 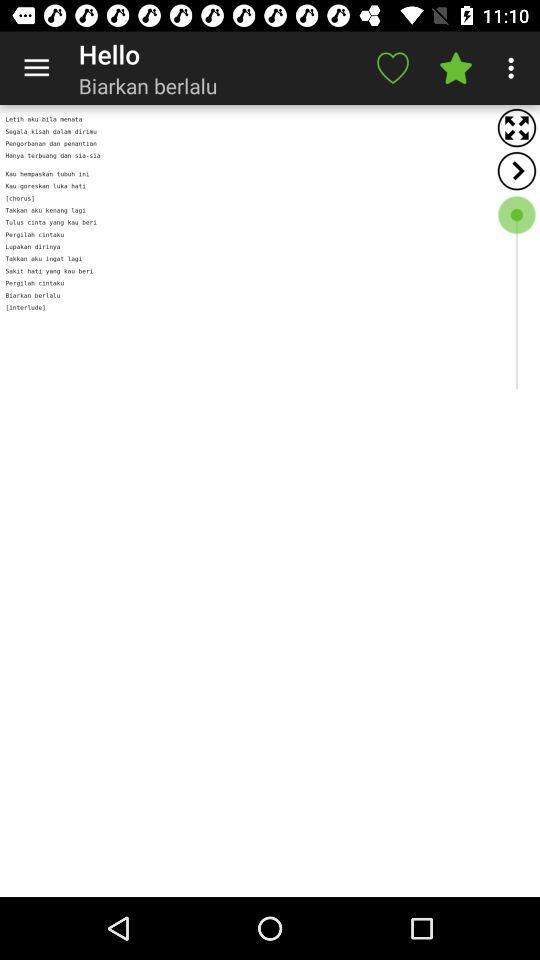 What do you see at coordinates (516, 170) in the screenshot?
I see `back` at bounding box center [516, 170].